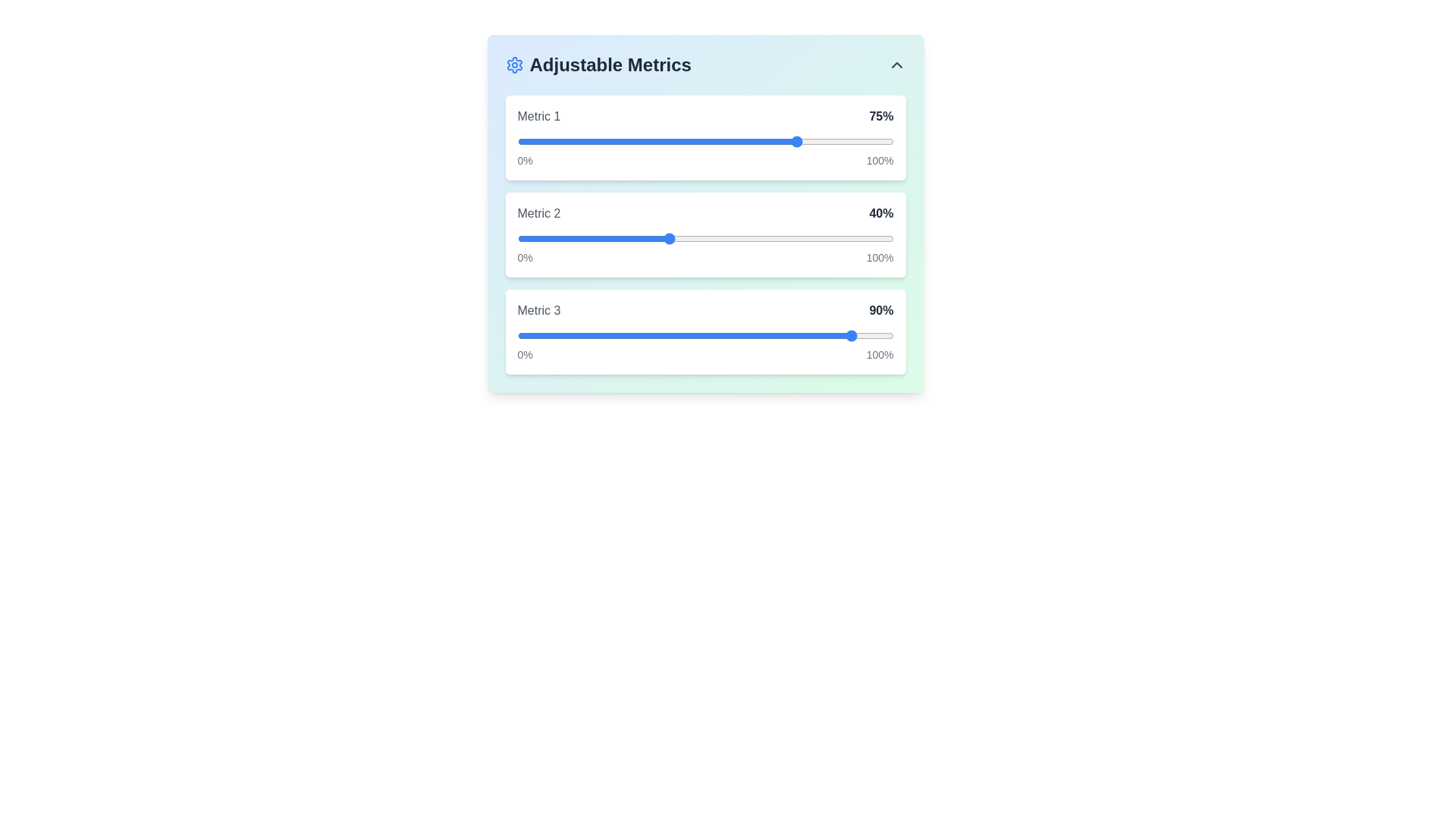 Image resolution: width=1456 pixels, height=819 pixels. I want to click on the slider element labeled 'Metric 3', so click(704, 331).